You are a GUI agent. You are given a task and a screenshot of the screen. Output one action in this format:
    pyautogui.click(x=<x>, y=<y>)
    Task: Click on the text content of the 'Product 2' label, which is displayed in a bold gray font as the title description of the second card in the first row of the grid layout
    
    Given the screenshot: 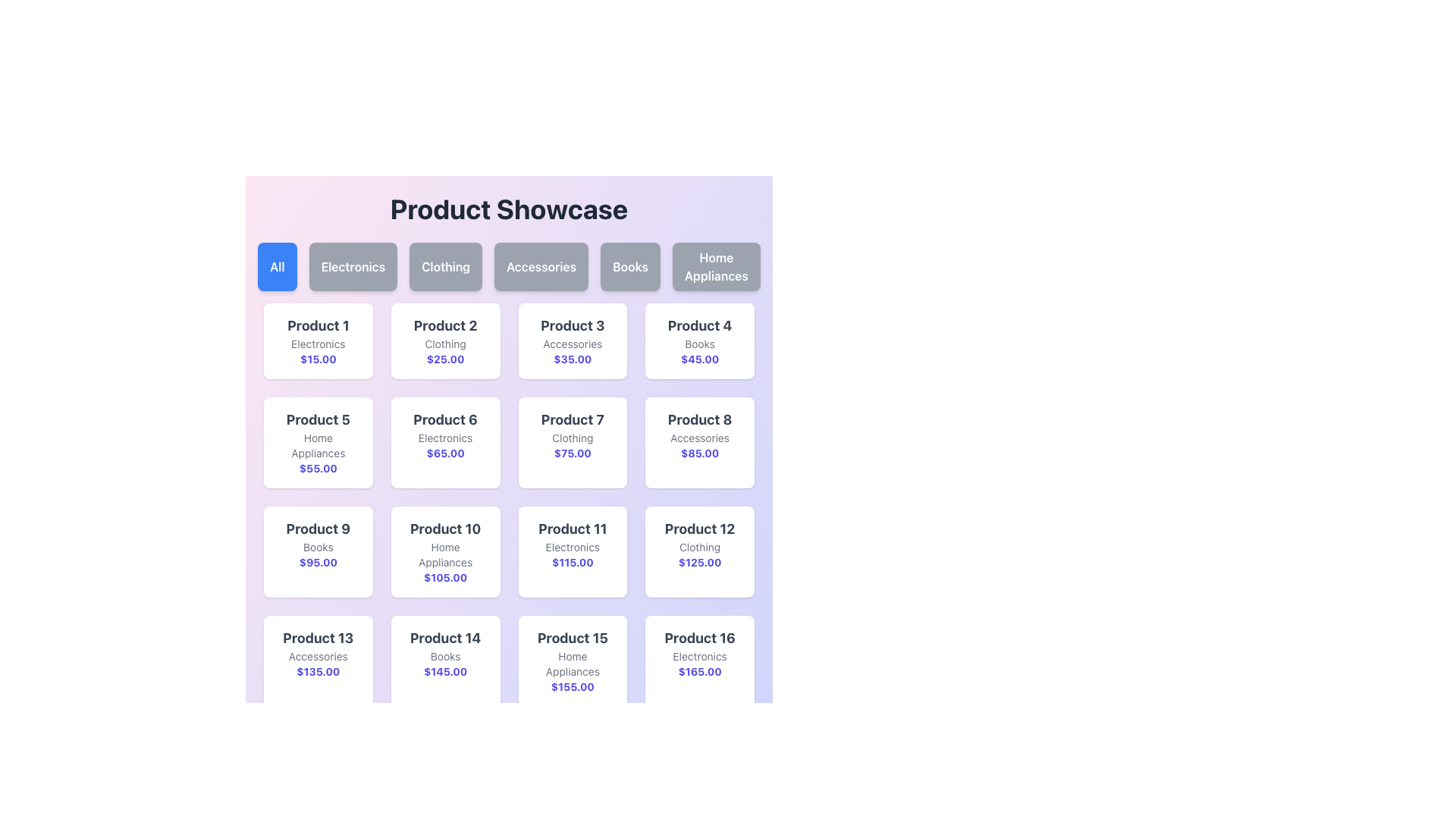 What is the action you would take?
    pyautogui.click(x=444, y=325)
    